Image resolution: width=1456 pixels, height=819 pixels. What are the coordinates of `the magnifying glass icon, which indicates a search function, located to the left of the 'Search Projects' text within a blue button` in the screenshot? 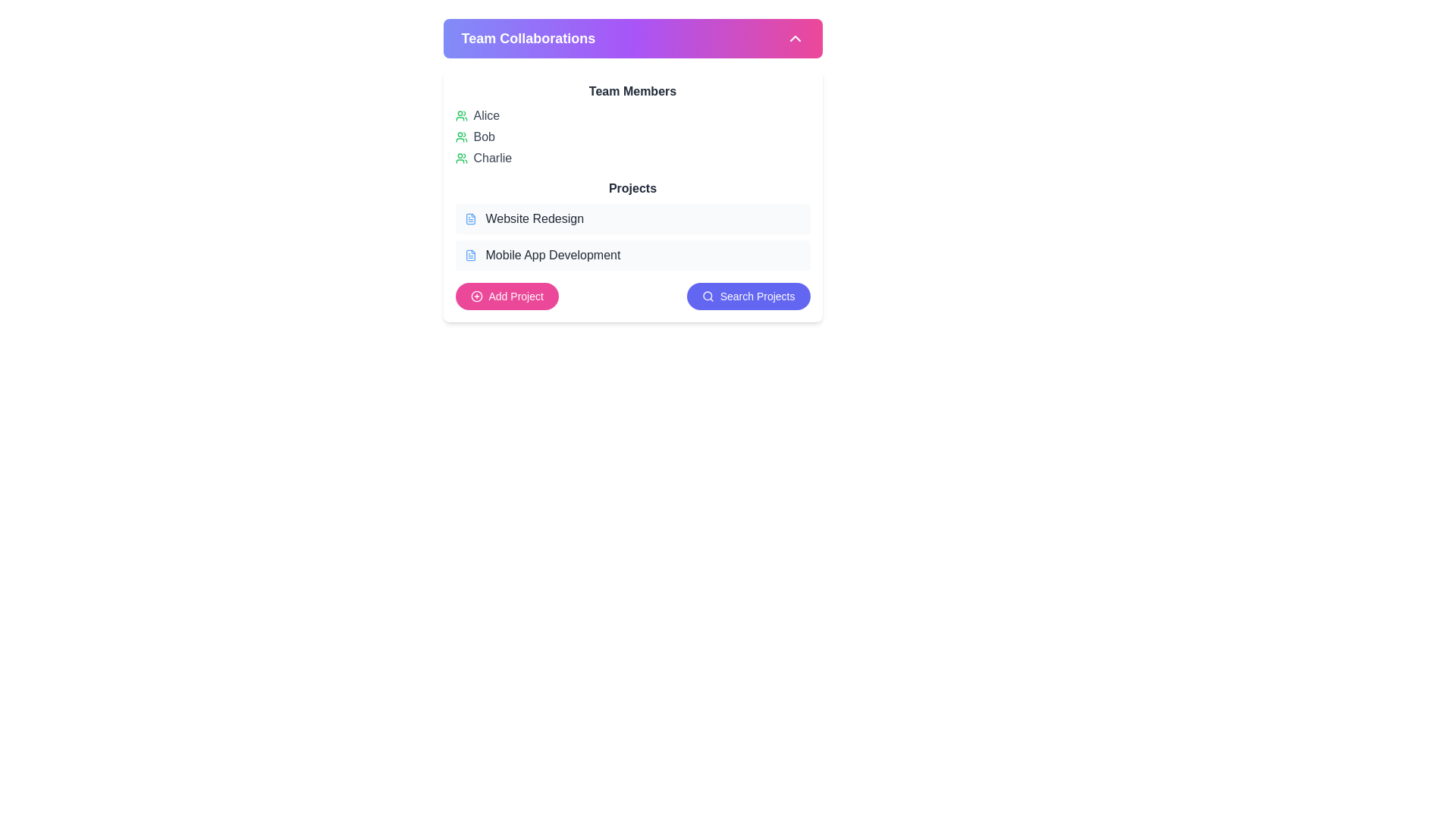 It's located at (707, 296).